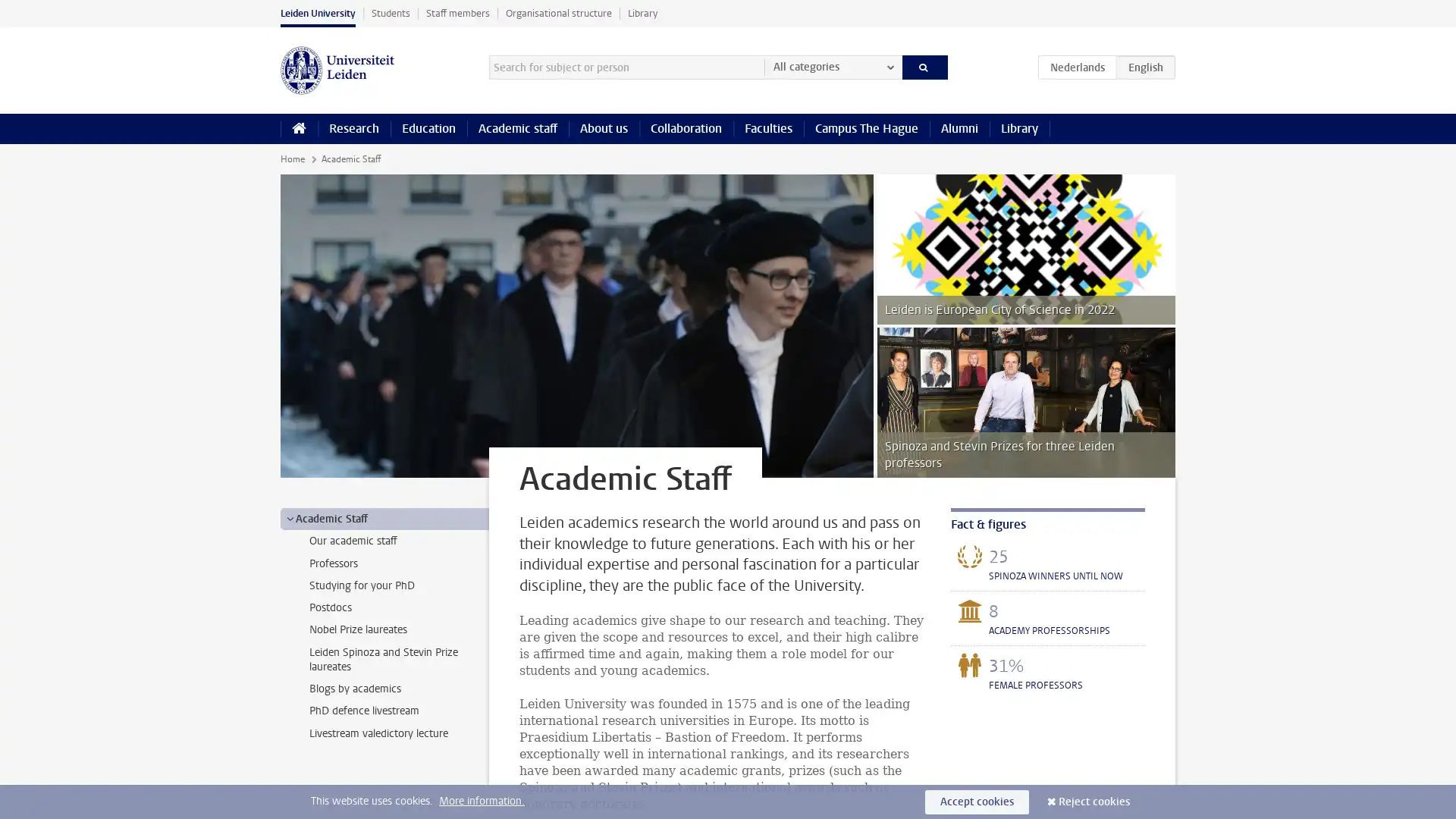 The image size is (1456, 819). I want to click on Search, so click(924, 66).